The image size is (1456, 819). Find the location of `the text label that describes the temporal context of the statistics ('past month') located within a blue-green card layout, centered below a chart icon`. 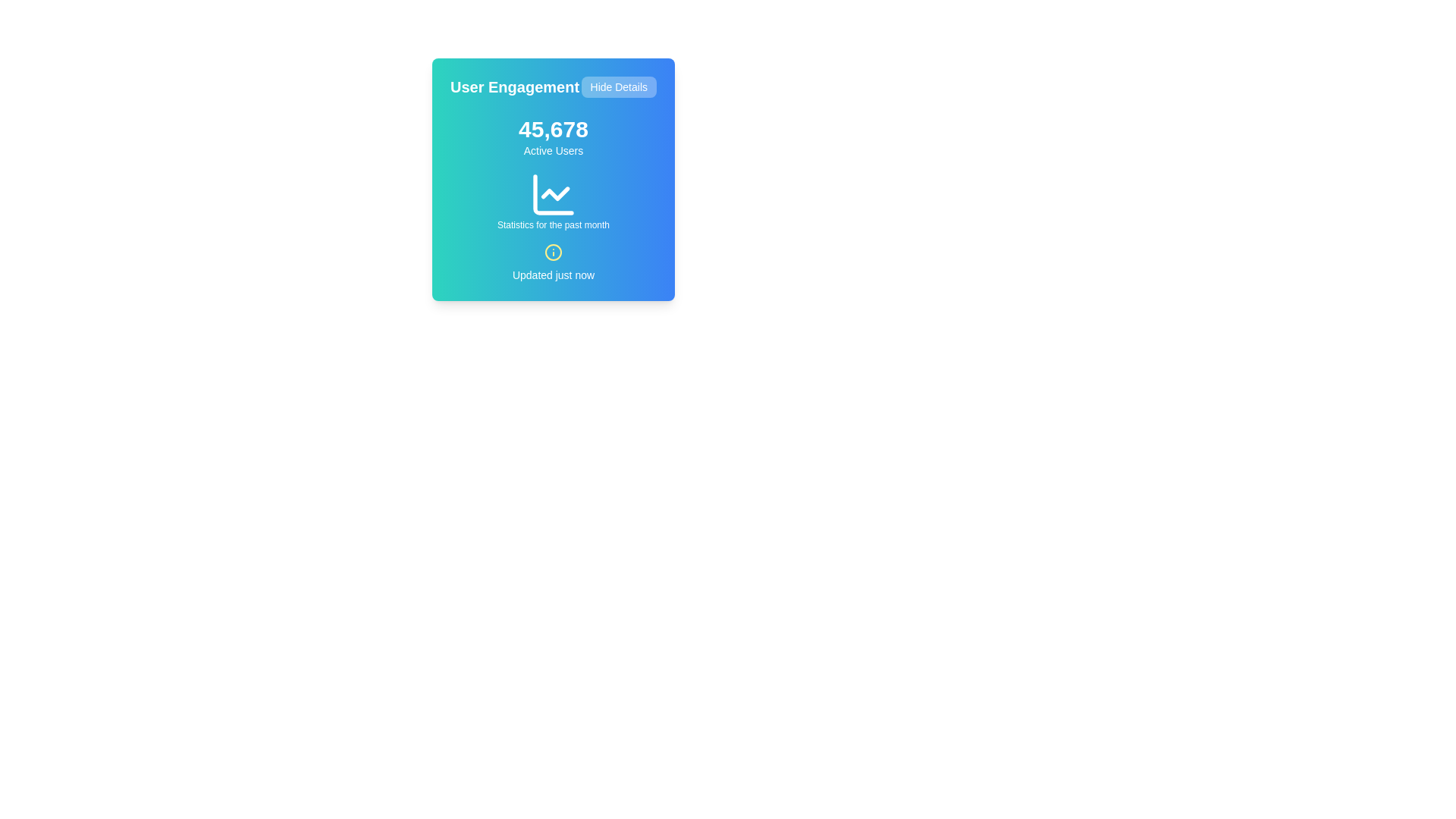

the text label that describes the temporal context of the statistics ('past month') located within a blue-green card layout, centered below a chart icon is located at coordinates (552, 225).